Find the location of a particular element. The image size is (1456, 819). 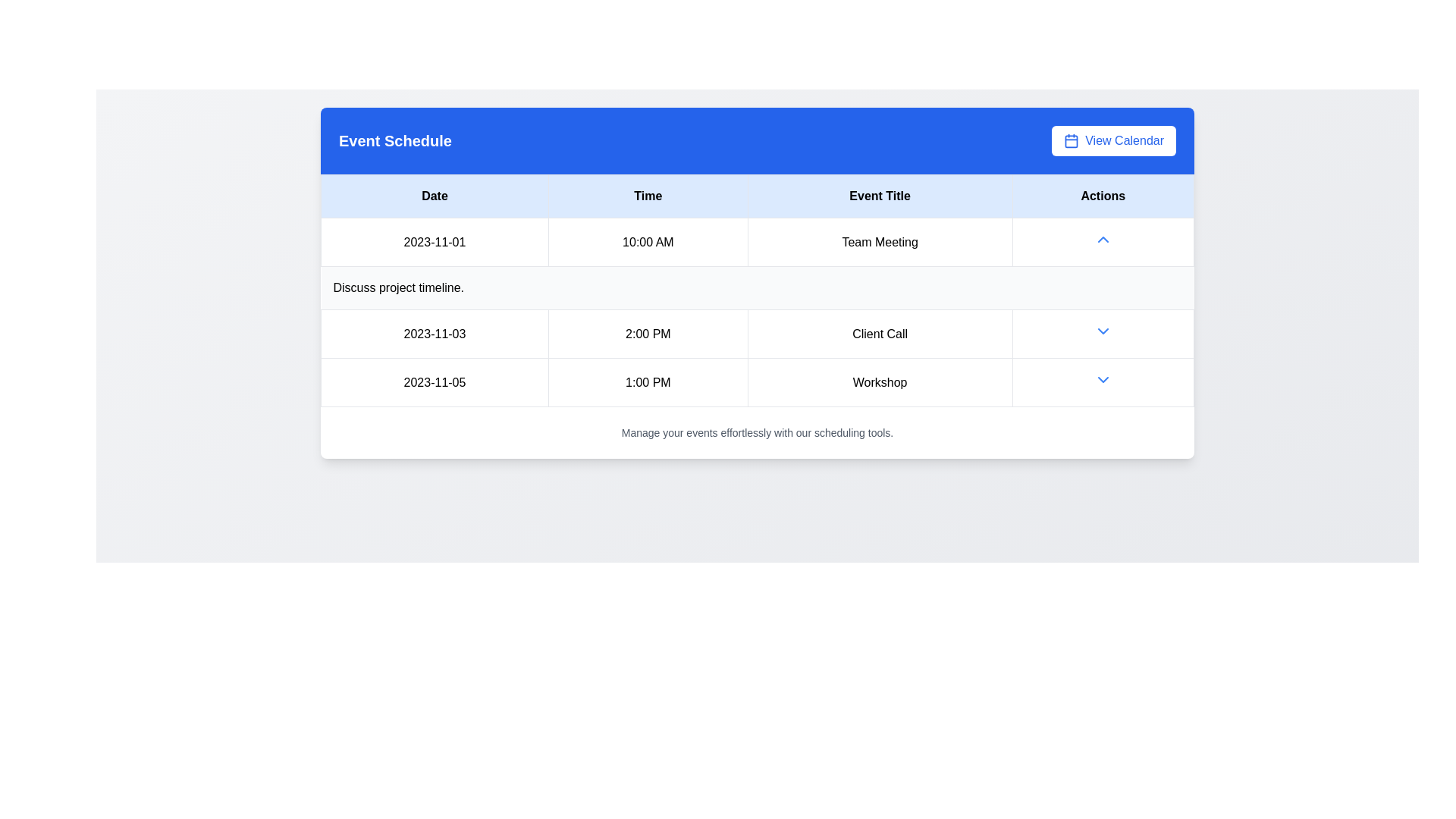

the static label displaying 'Workshop' in the event schedule table, positioned under the 'Event Title' header and next to '1:00 PM' is located at coordinates (880, 381).